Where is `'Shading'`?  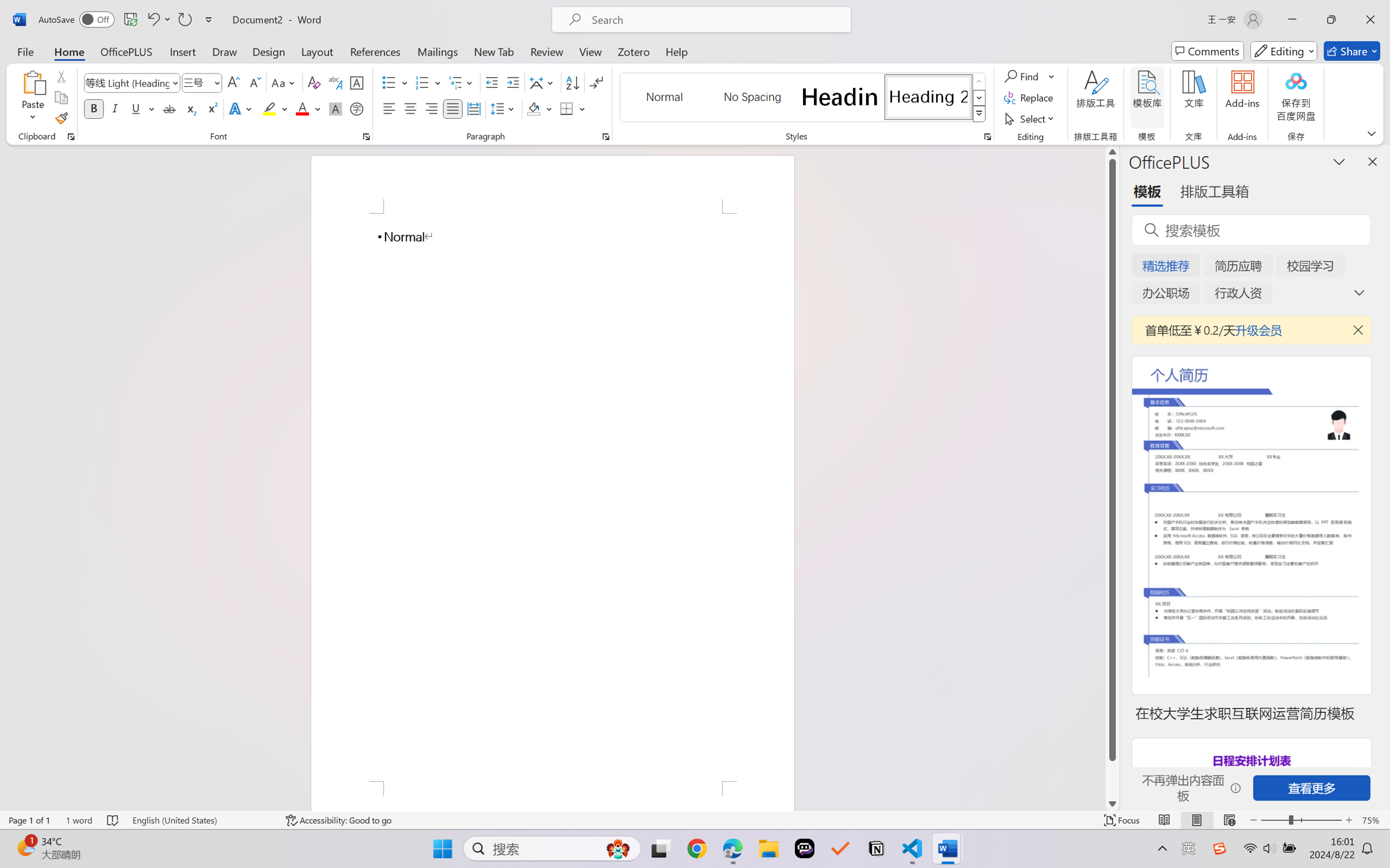
'Shading' is located at coordinates (539, 108).